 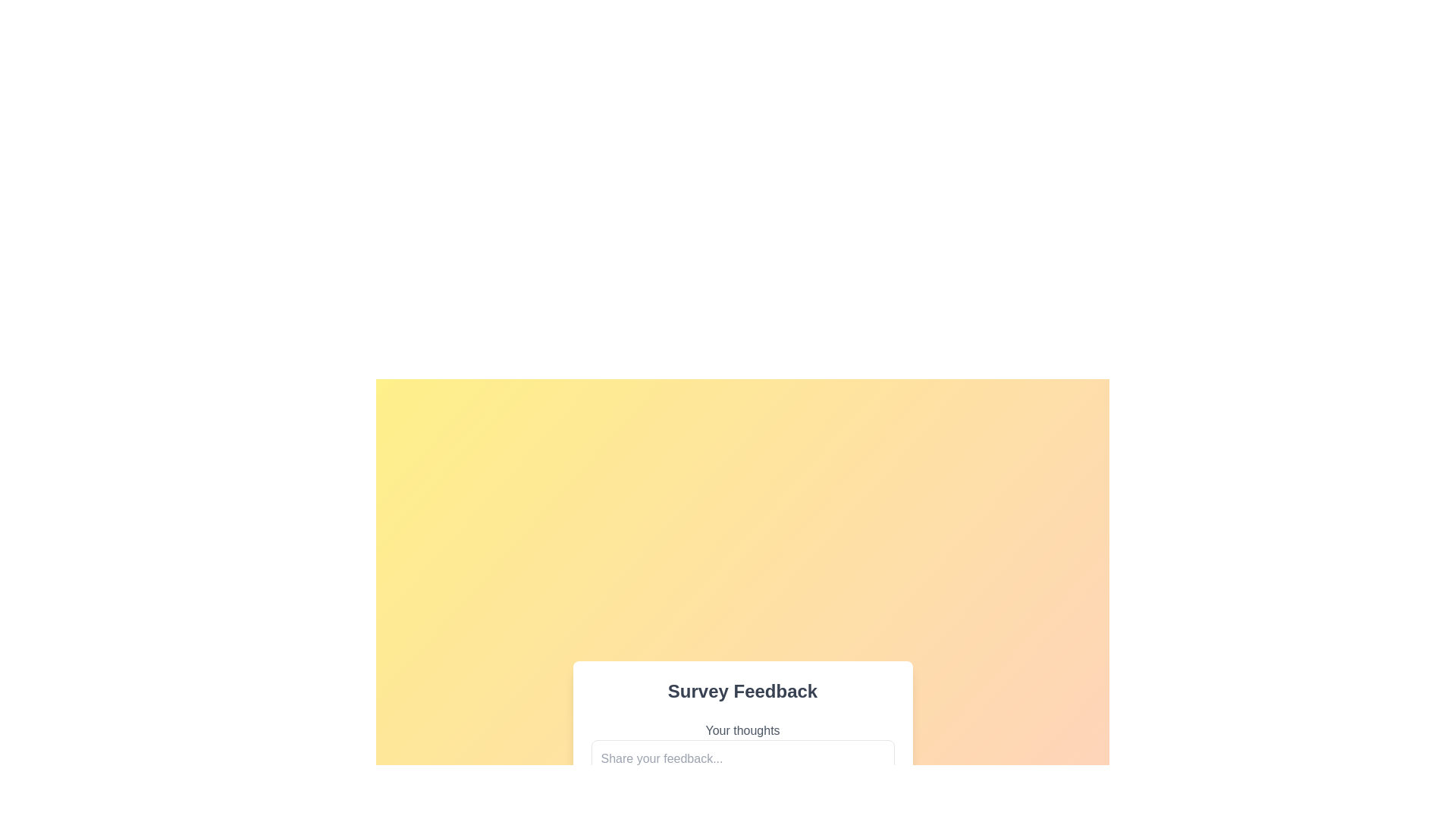 What do you see at coordinates (742, 730) in the screenshot?
I see `the label element that describes the purpose of the input field for user feedback, located above the 'Share your feedback...' input field in the 'Survey Feedback' form` at bounding box center [742, 730].